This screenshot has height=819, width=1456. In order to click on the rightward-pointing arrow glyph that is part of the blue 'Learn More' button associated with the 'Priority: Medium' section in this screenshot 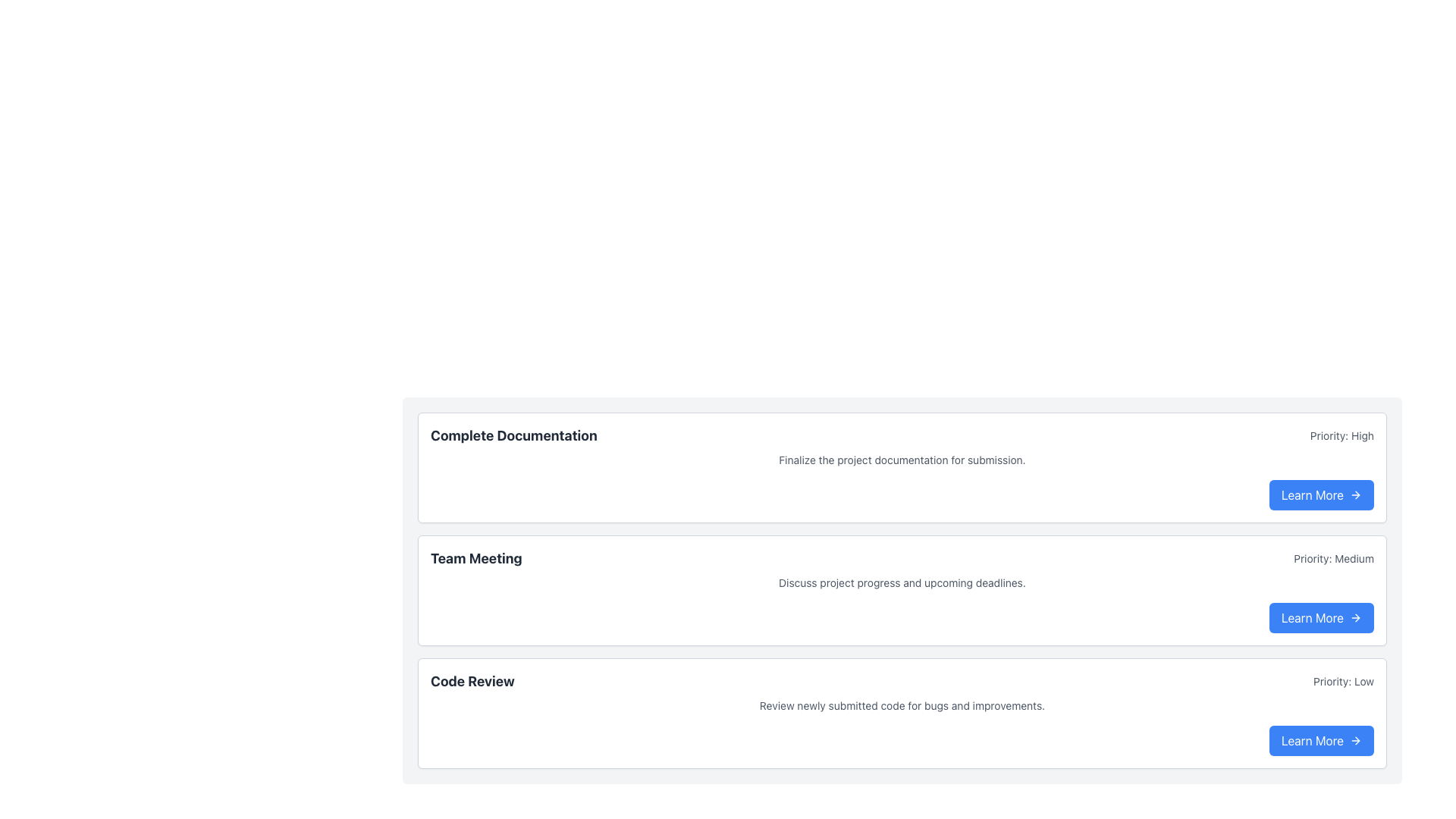, I will do `click(1357, 617)`.